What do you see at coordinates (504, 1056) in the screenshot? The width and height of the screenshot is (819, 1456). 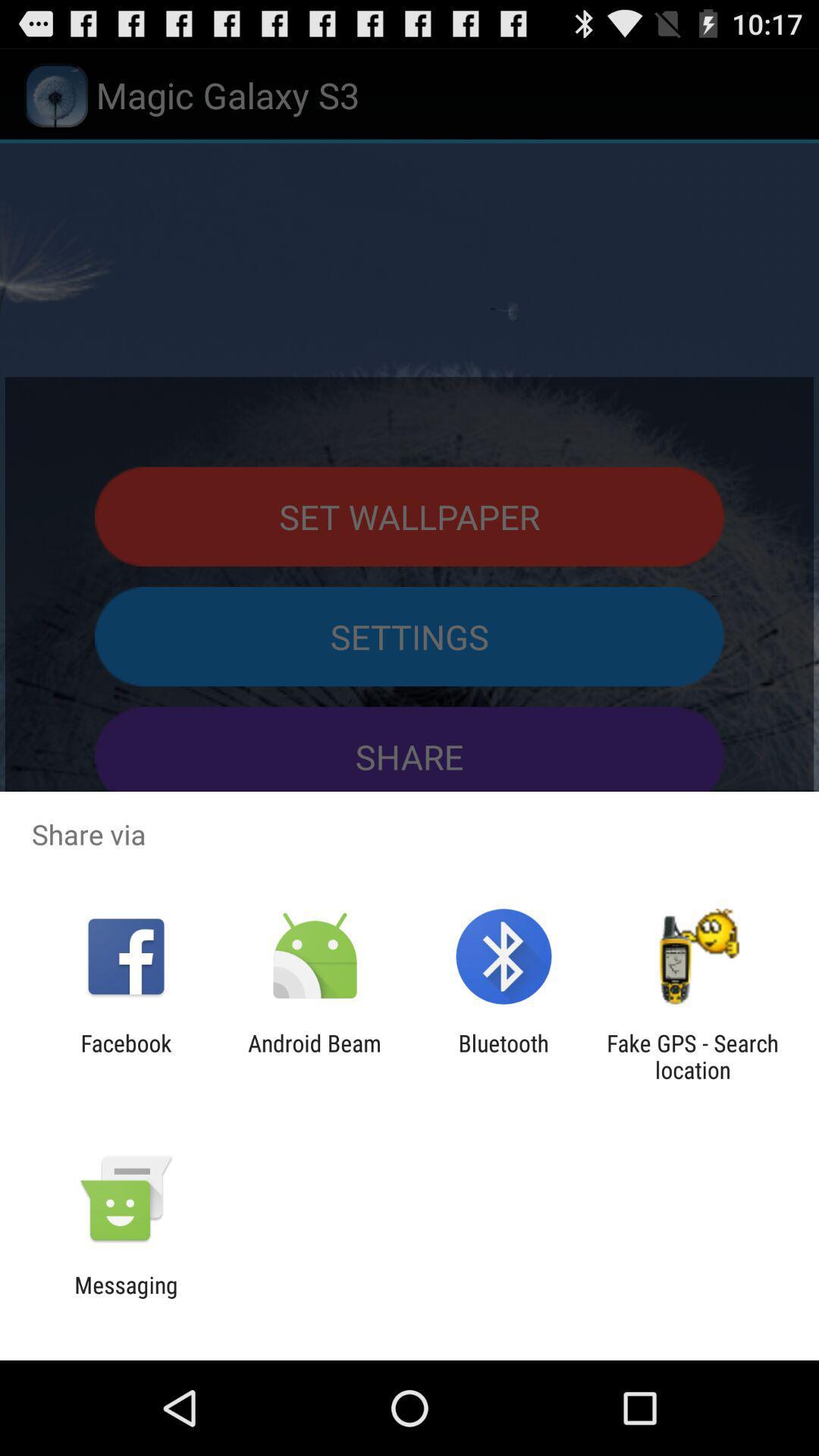 I see `the item to the left of fake gps search` at bounding box center [504, 1056].